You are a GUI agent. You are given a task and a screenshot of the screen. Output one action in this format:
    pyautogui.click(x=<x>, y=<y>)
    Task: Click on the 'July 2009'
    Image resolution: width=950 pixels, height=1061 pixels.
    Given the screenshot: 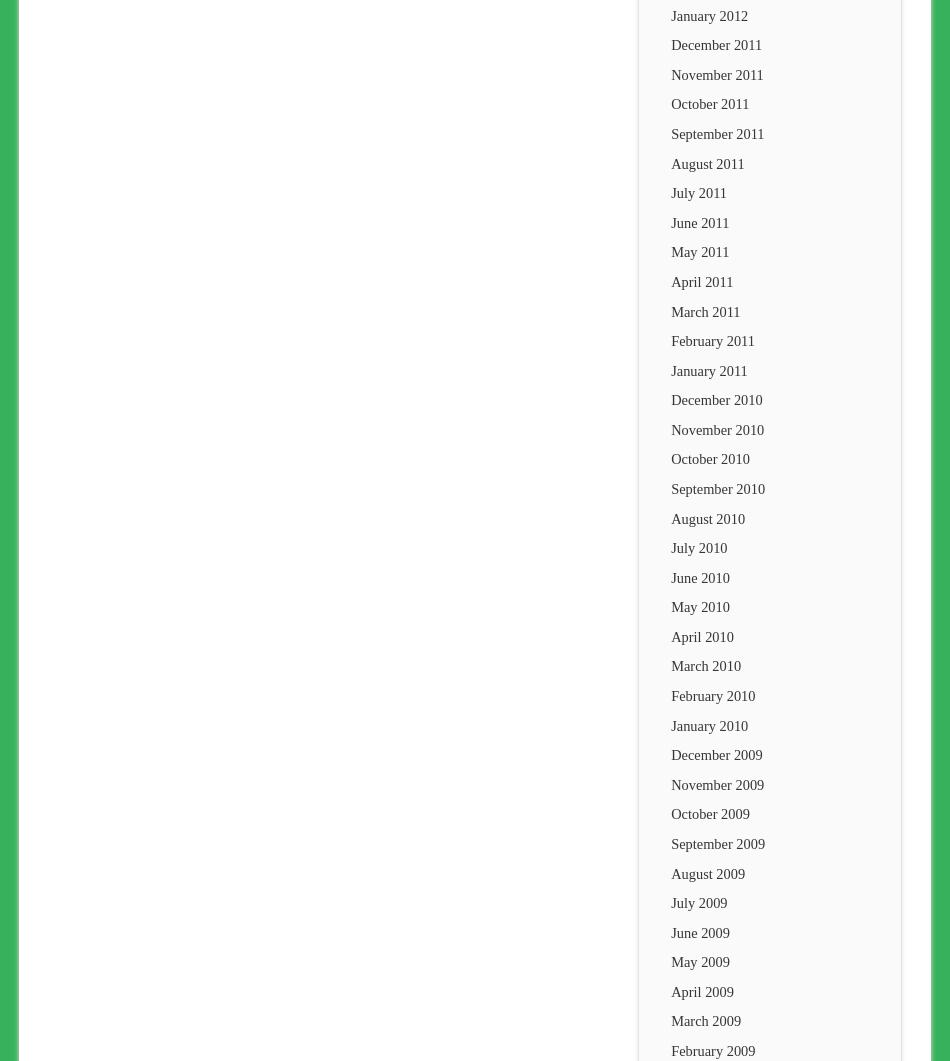 What is the action you would take?
    pyautogui.click(x=699, y=902)
    